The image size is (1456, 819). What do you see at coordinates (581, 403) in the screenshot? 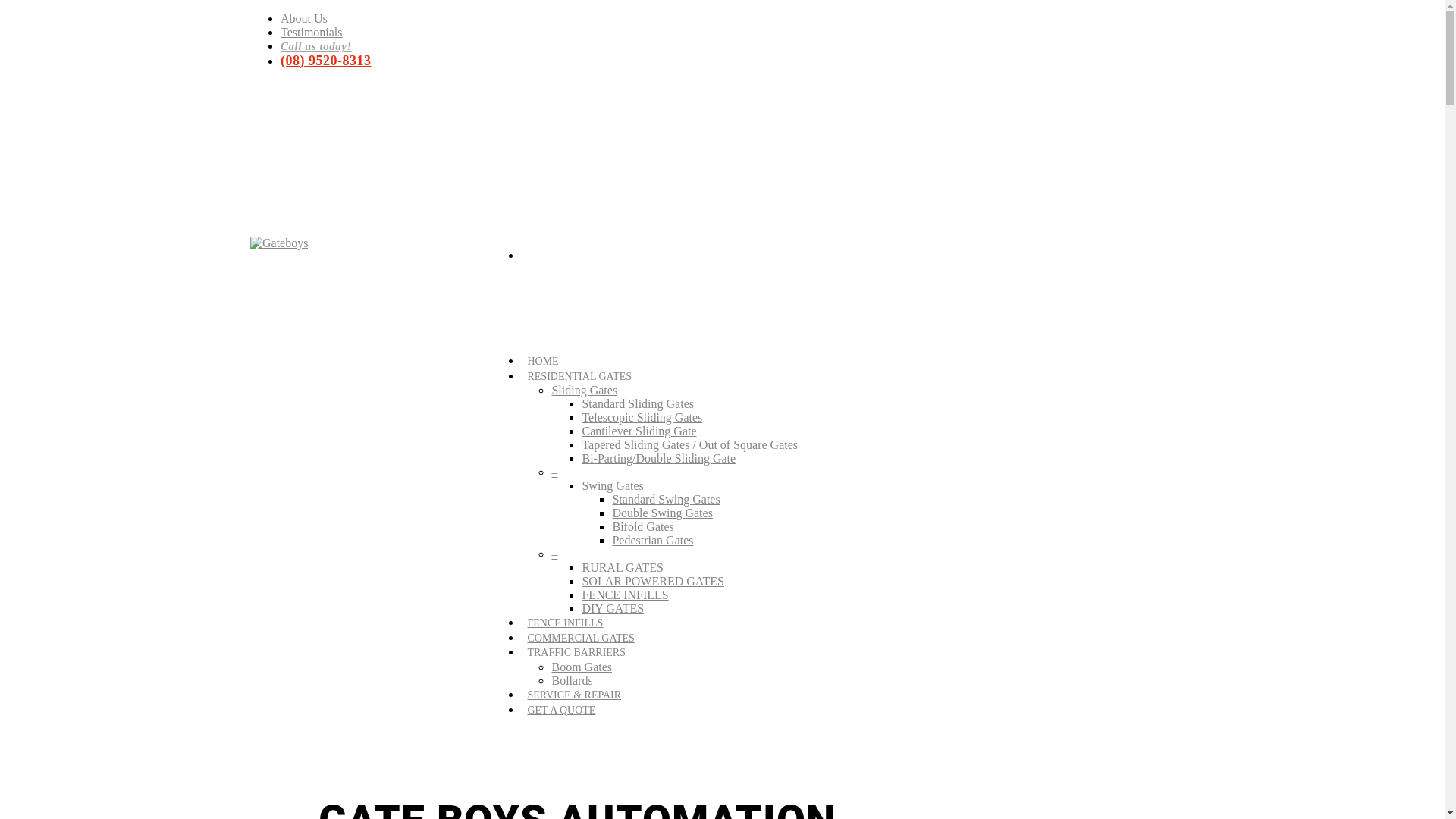
I see `'Standard Sliding Gates'` at bounding box center [581, 403].